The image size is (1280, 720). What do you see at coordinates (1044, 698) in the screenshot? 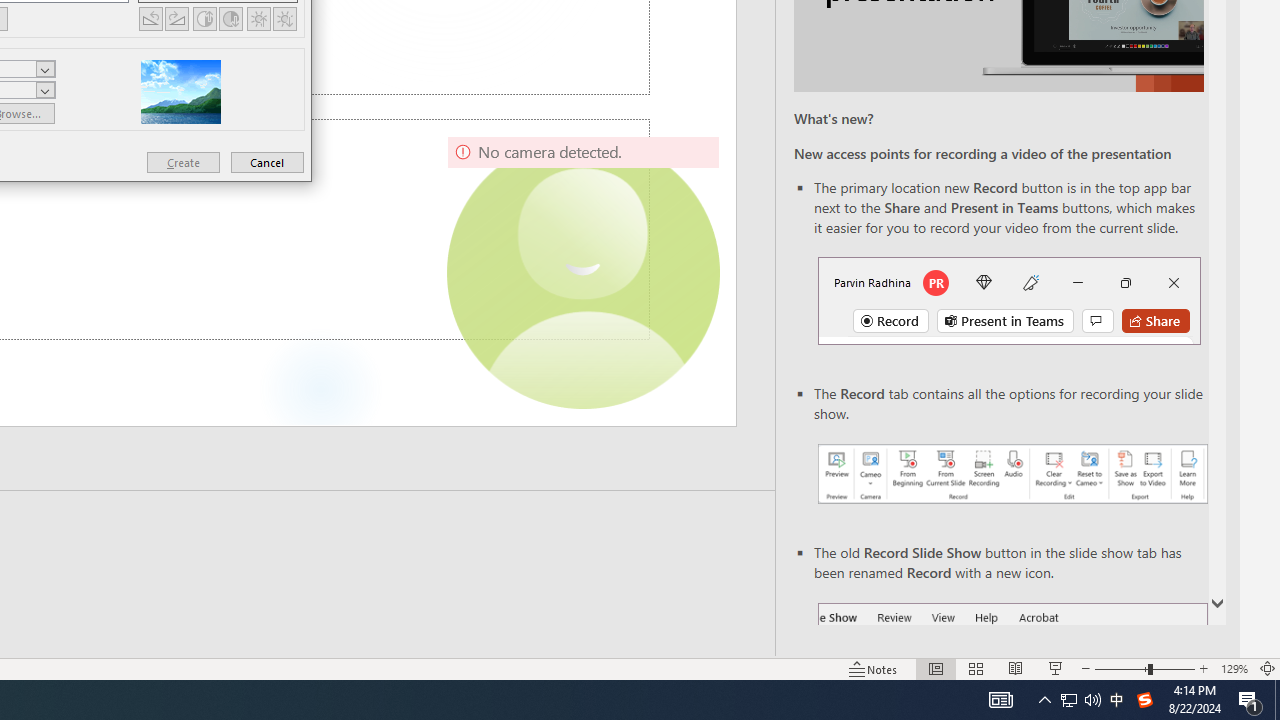
I see `'Notification Chevron'` at bounding box center [1044, 698].